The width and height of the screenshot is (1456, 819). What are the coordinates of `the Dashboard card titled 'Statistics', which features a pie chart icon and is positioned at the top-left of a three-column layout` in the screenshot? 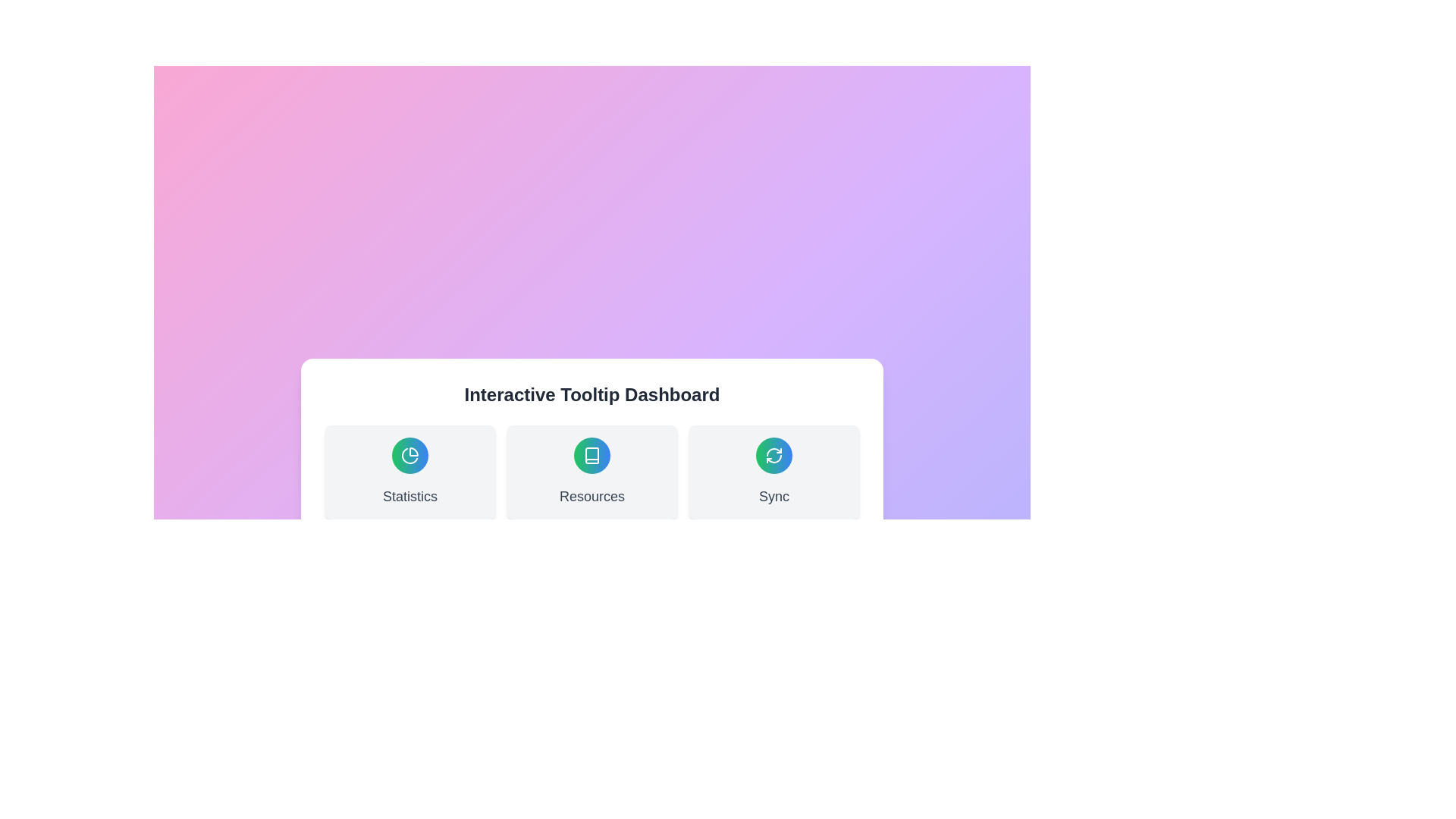 It's located at (410, 472).